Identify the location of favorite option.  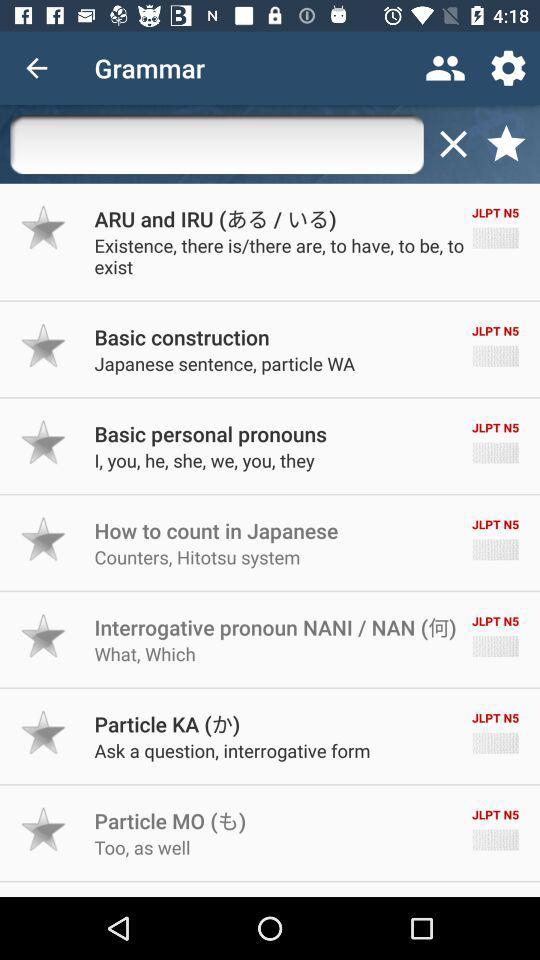
(44, 442).